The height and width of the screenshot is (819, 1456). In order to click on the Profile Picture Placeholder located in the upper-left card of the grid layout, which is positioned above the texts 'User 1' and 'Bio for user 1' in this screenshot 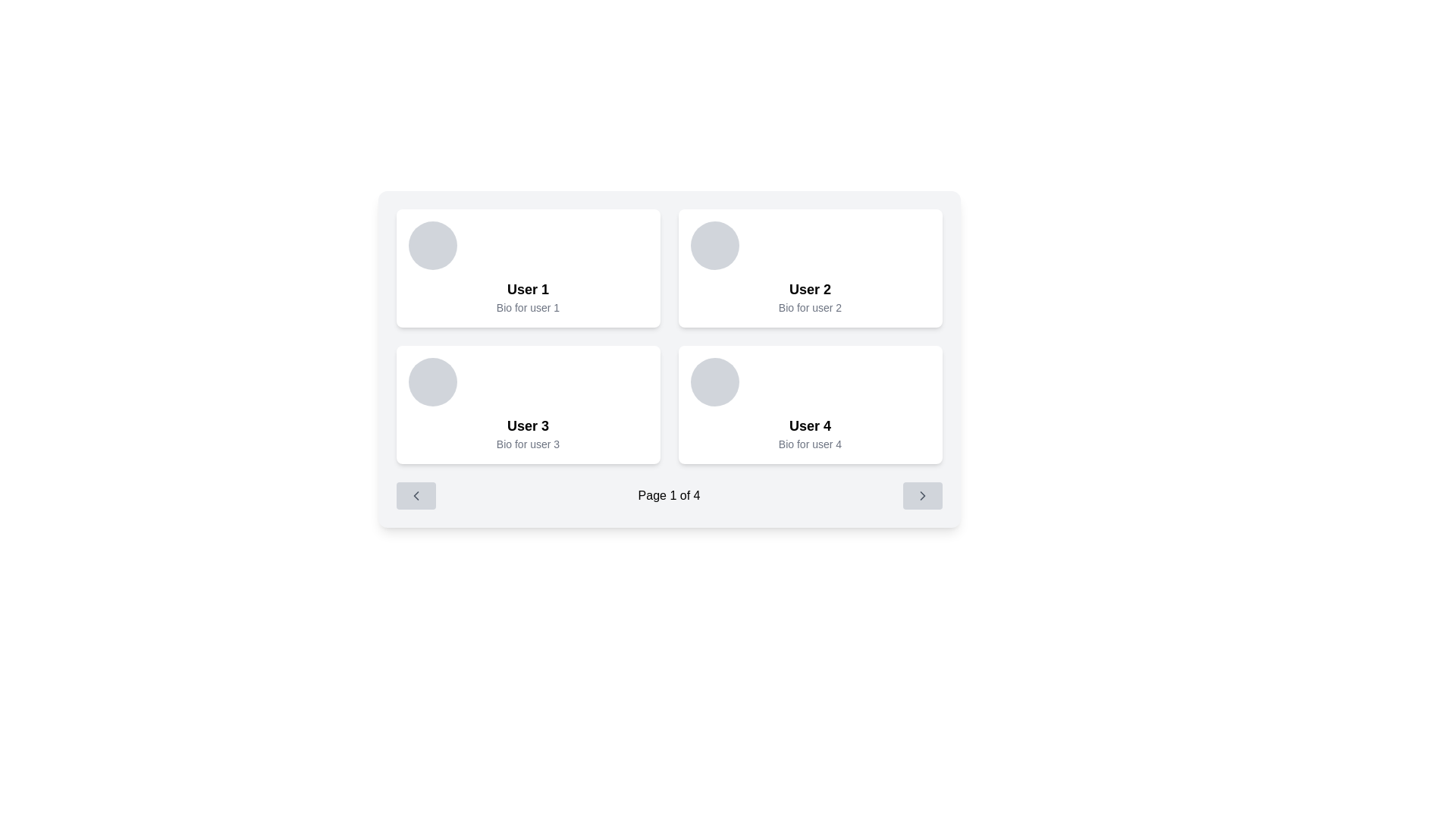, I will do `click(431, 245)`.